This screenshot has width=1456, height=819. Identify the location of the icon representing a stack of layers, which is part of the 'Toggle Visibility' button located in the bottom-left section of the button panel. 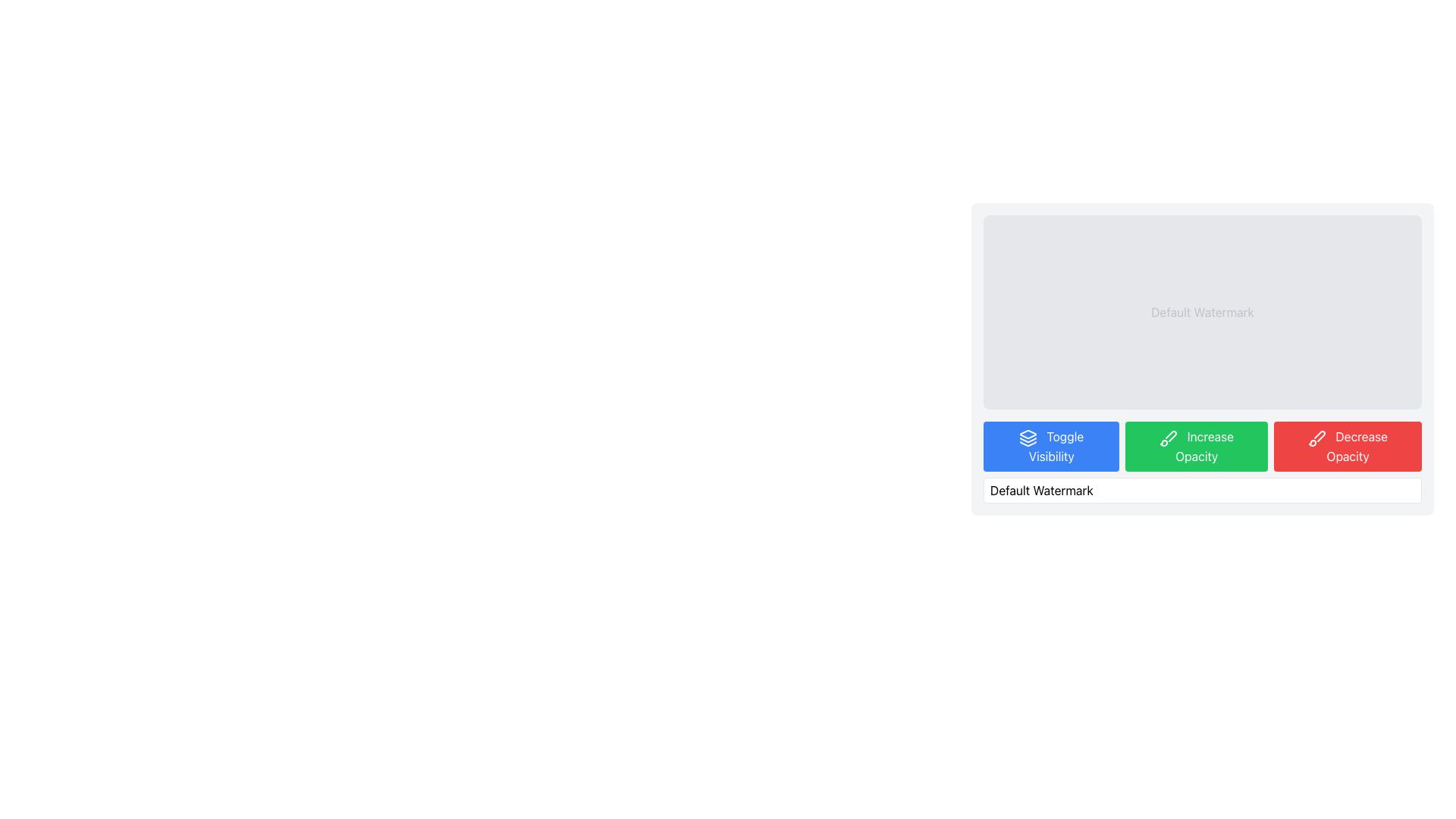
(1028, 438).